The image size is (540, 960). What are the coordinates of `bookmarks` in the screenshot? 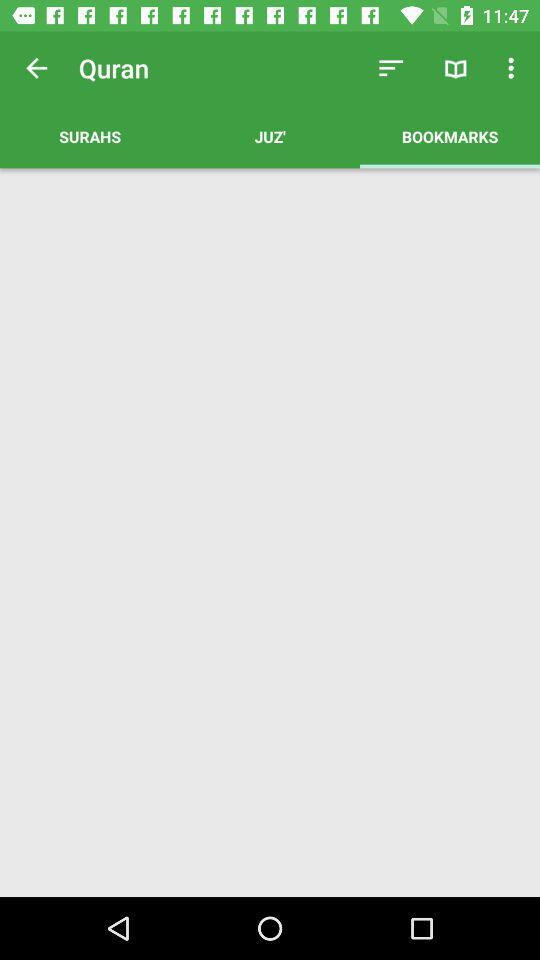 It's located at (449, 135).